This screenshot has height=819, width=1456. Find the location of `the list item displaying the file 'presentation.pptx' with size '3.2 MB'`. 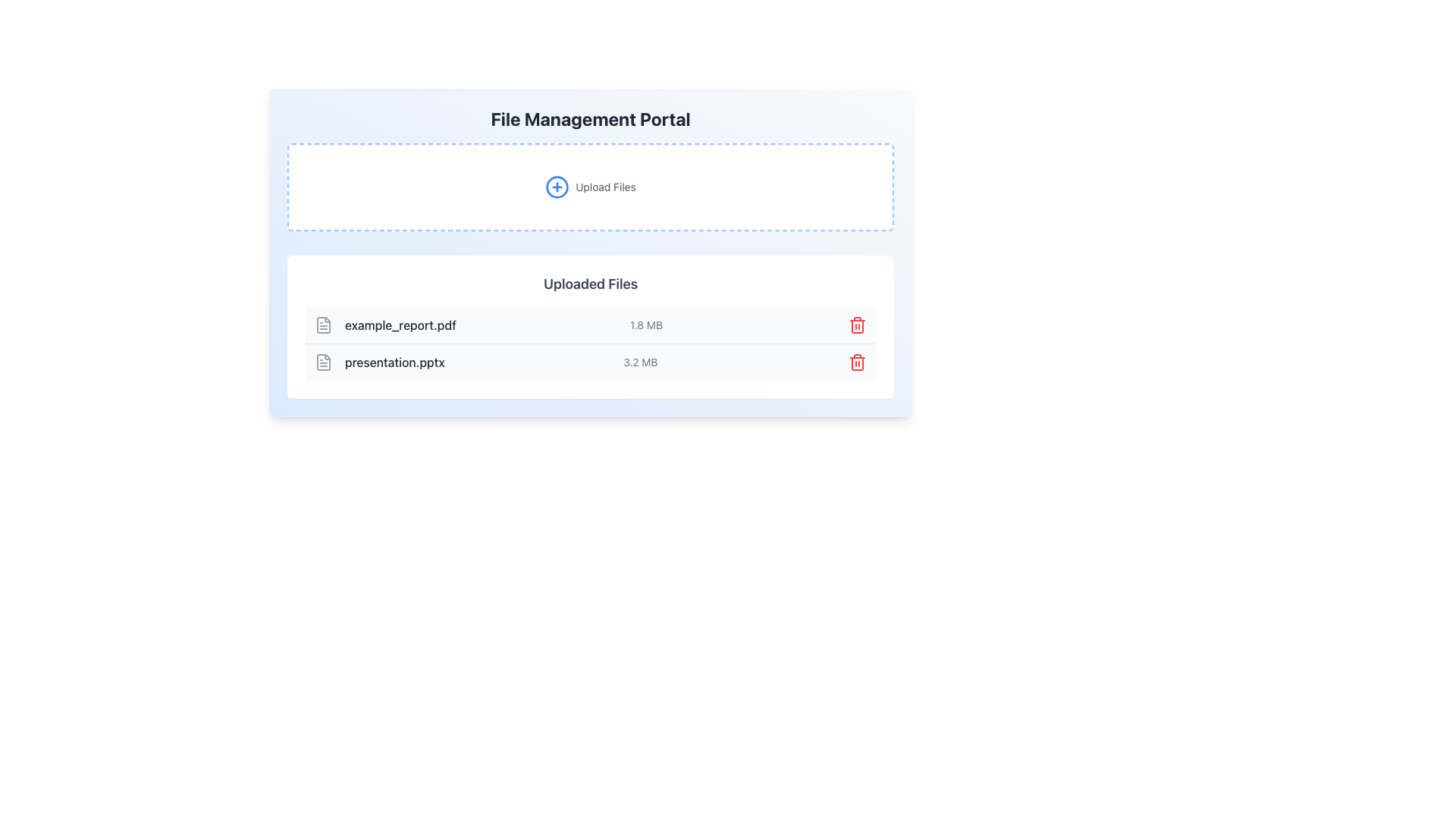

the list item displaying the file 'presentation.pptx' with size '3.2 MB' is located at coordinates (589, 362).